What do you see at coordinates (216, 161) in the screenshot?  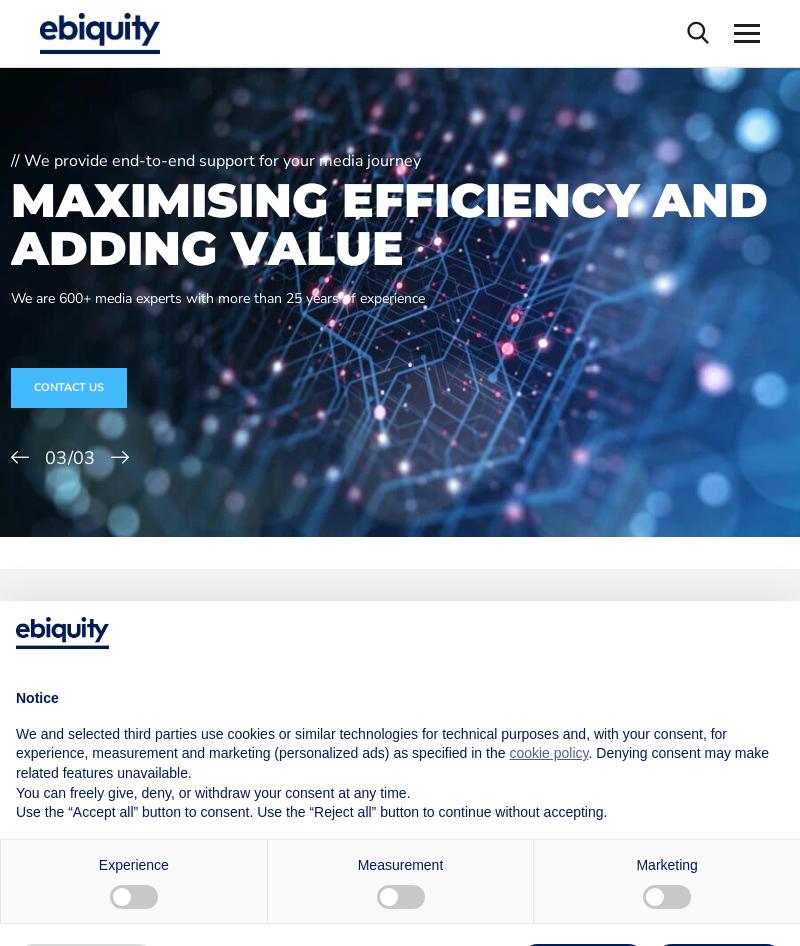 I see `'// We provide end-to-end support for your media journey'` at bounding box center [216, 161].